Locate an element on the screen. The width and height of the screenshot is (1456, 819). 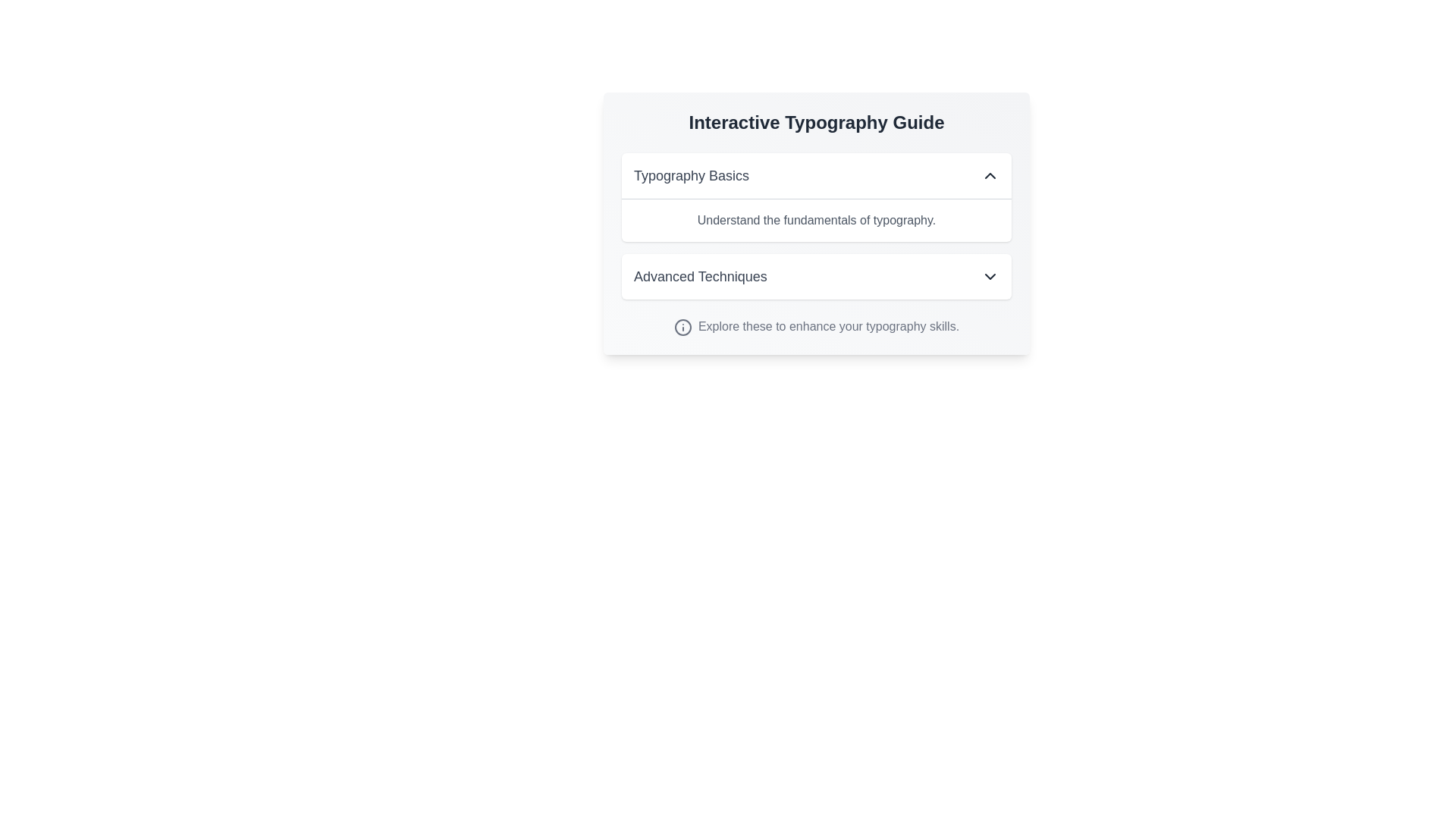
the informational icon located to the left of the text 'Explore these to enhance your typography skills.' in the bottom section of the card with headings 'Typography Basics' and 'Advanced Techniques' is located at coordinates (682, 326).